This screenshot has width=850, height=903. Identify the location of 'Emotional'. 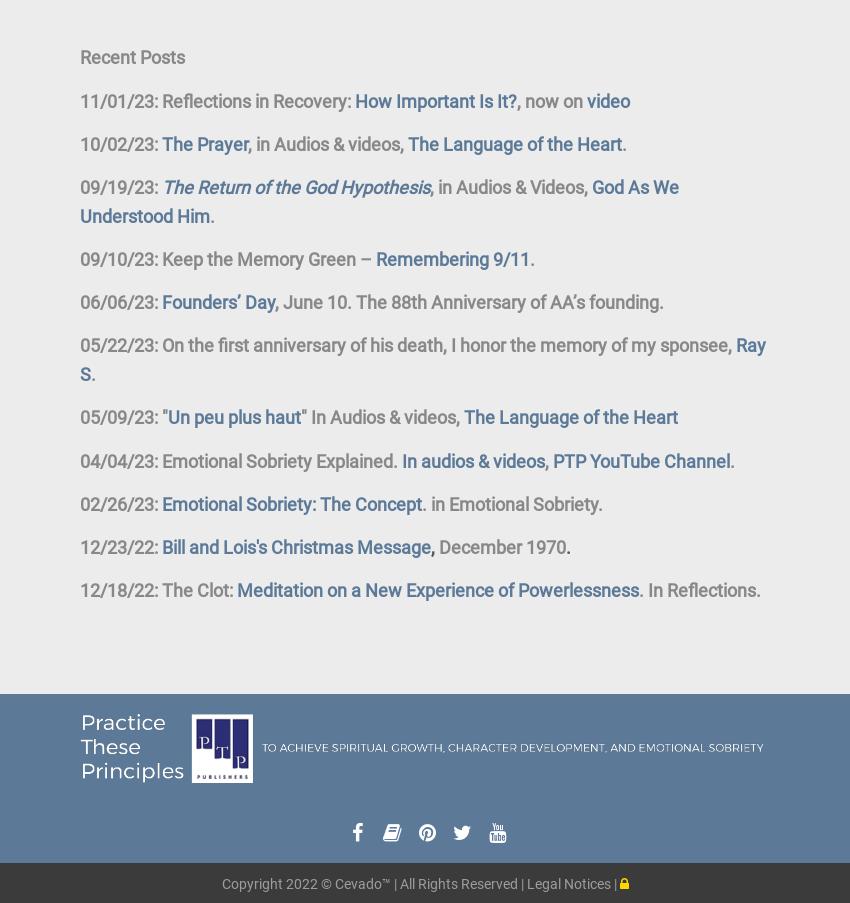
(489, 503).